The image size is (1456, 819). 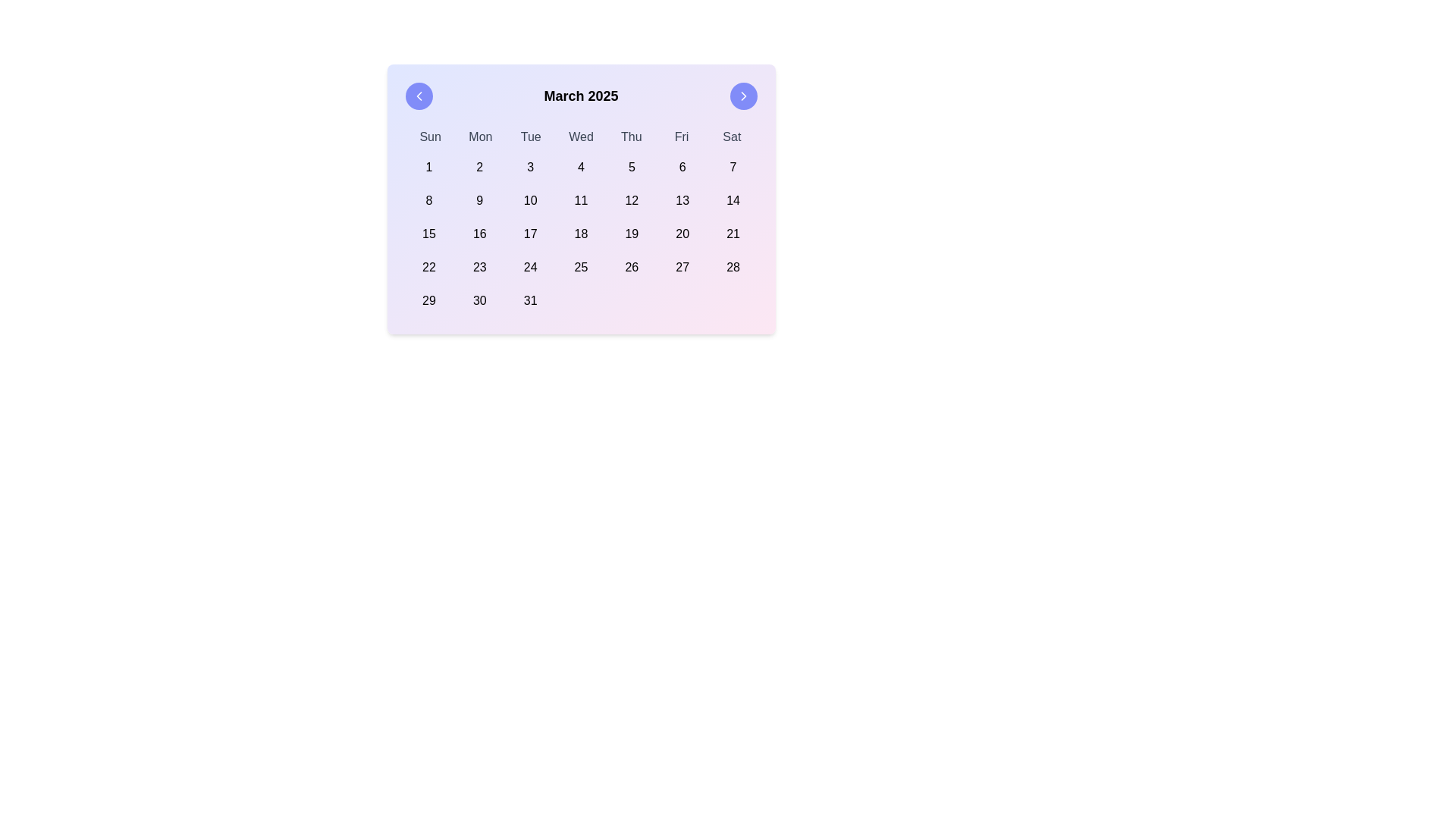 I want to click on the rectangular button labeled '5' in the first row and fifth column of the numeric grid, so click(x=632, y=167).